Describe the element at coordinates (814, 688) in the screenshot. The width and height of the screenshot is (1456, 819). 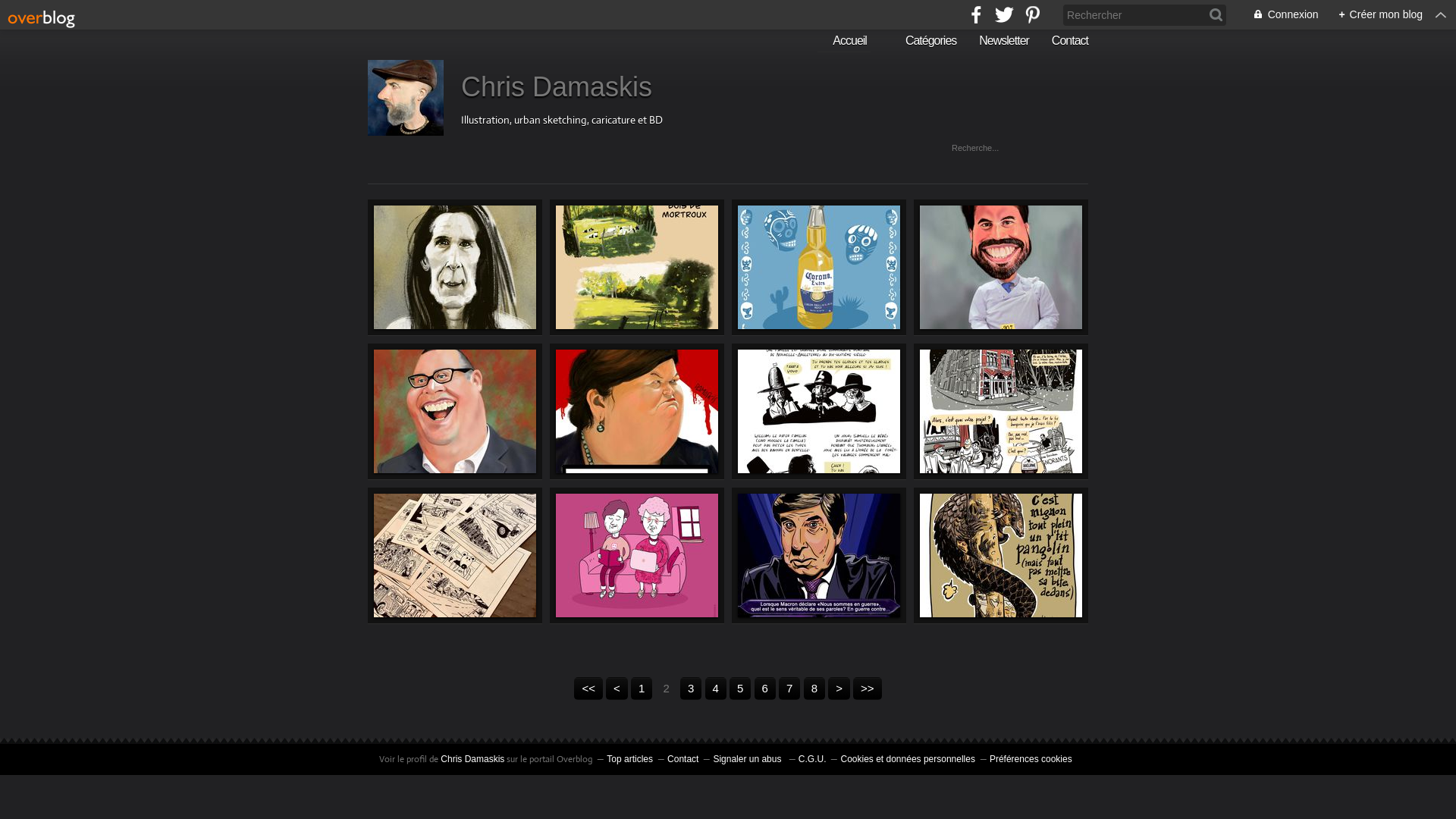
I see `'8'` at that location.